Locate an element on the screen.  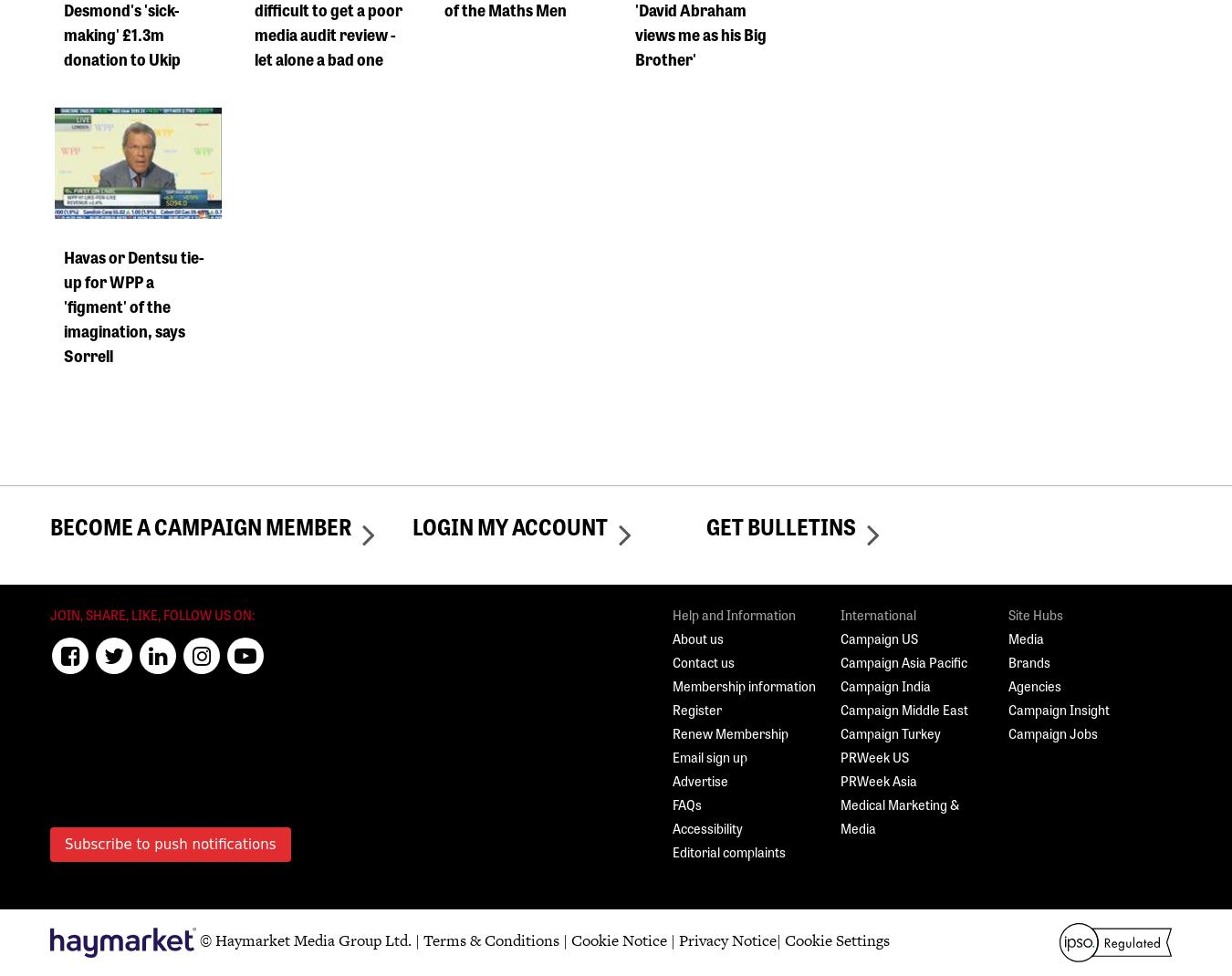
'Brands' is located at coordinates (1028, 660).